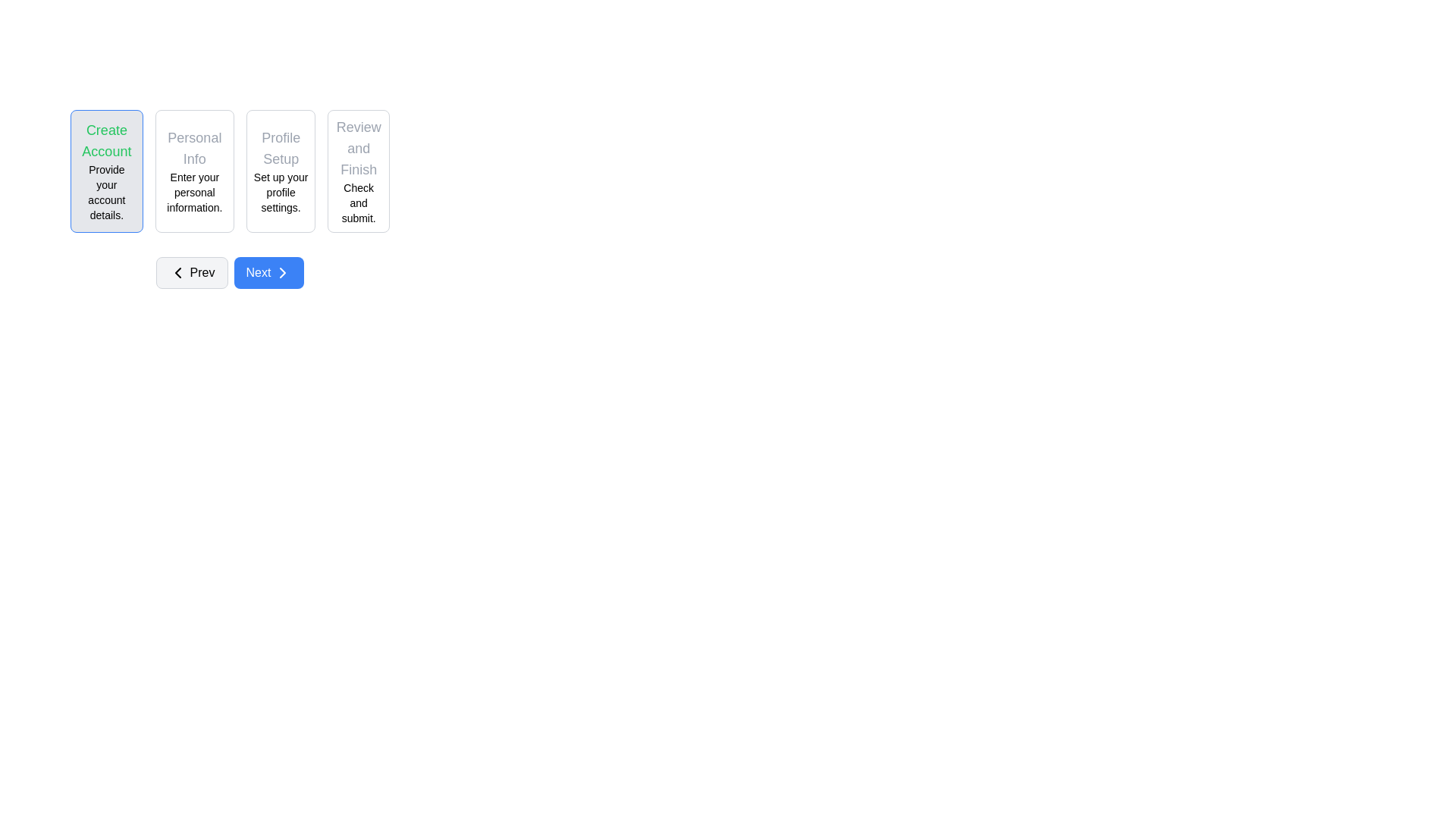 The image size is (1456, 819). What do you see at coordinates (358, 171) in the screenshot?
I see `the 'Review and Finish' button, which is the fourth box in a series of horizontally arranged boxes` at bounding box center [358, 171].